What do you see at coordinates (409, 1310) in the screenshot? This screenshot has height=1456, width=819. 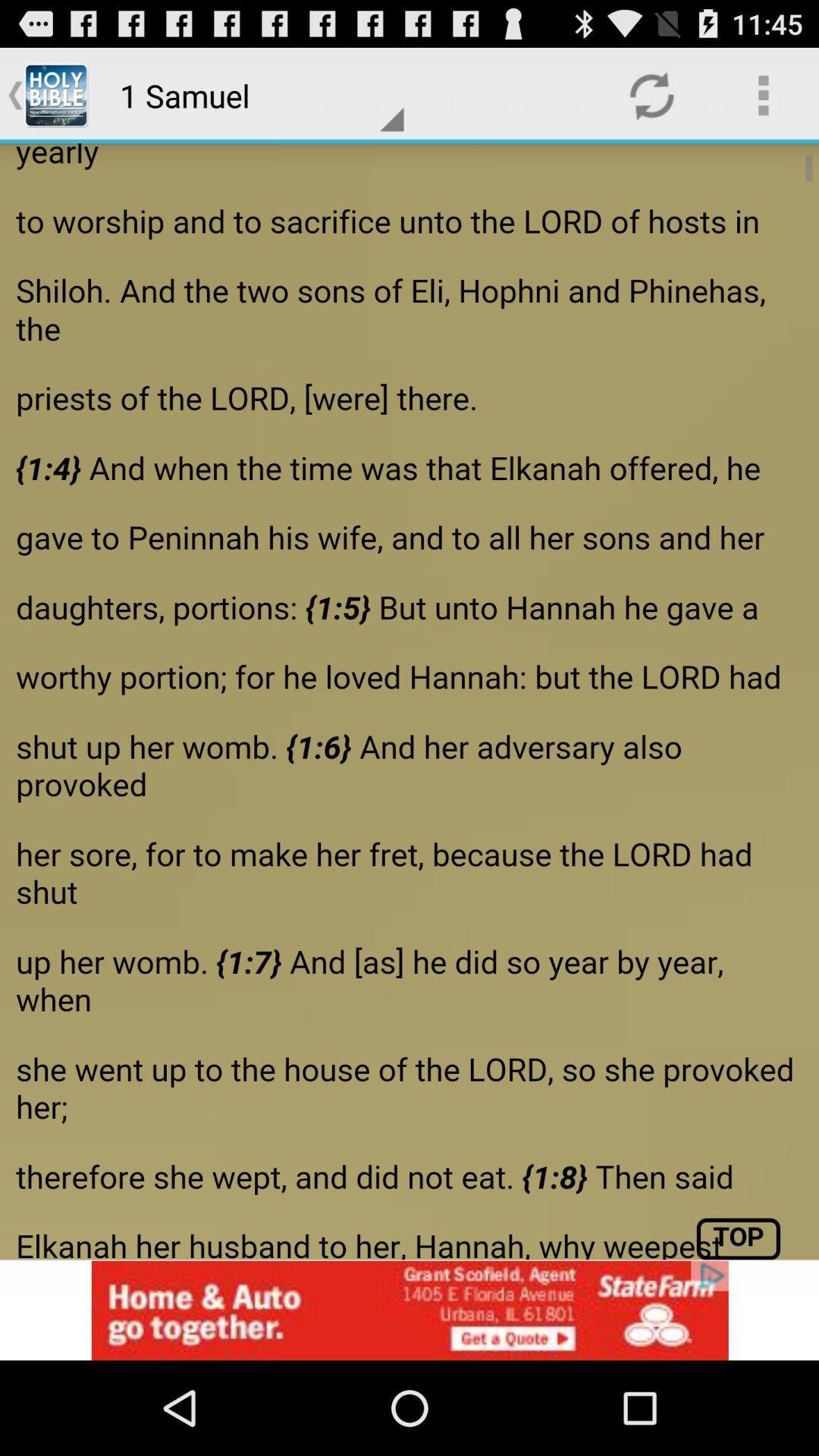 I see `advertisement` at bounding box center [409, 1310].